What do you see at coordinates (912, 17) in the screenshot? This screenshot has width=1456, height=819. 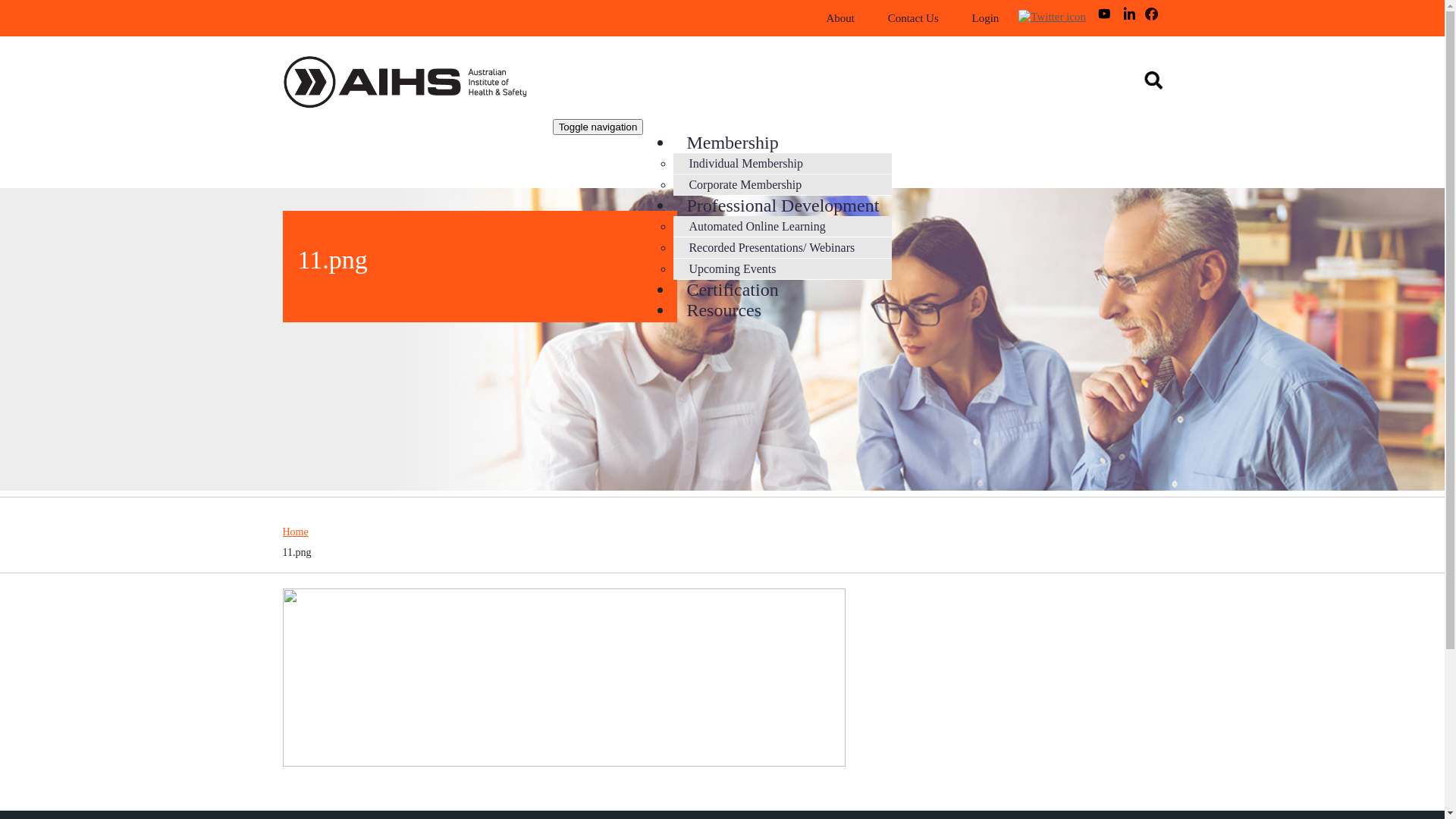 I see `'Contact Us'` at bounding box center [912, 17].